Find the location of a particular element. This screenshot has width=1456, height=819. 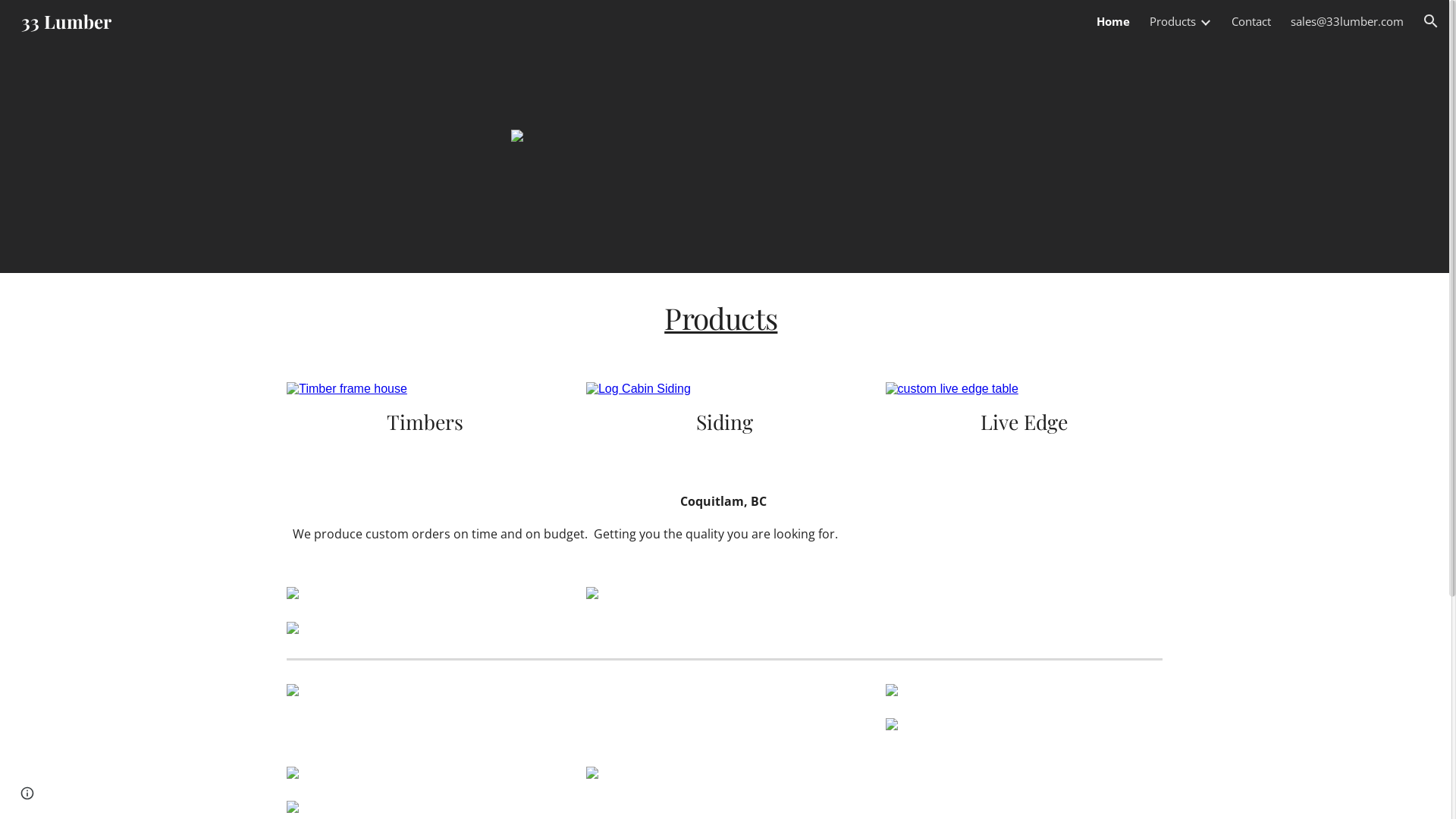

'Home' is located at coordinates (1113, 20).